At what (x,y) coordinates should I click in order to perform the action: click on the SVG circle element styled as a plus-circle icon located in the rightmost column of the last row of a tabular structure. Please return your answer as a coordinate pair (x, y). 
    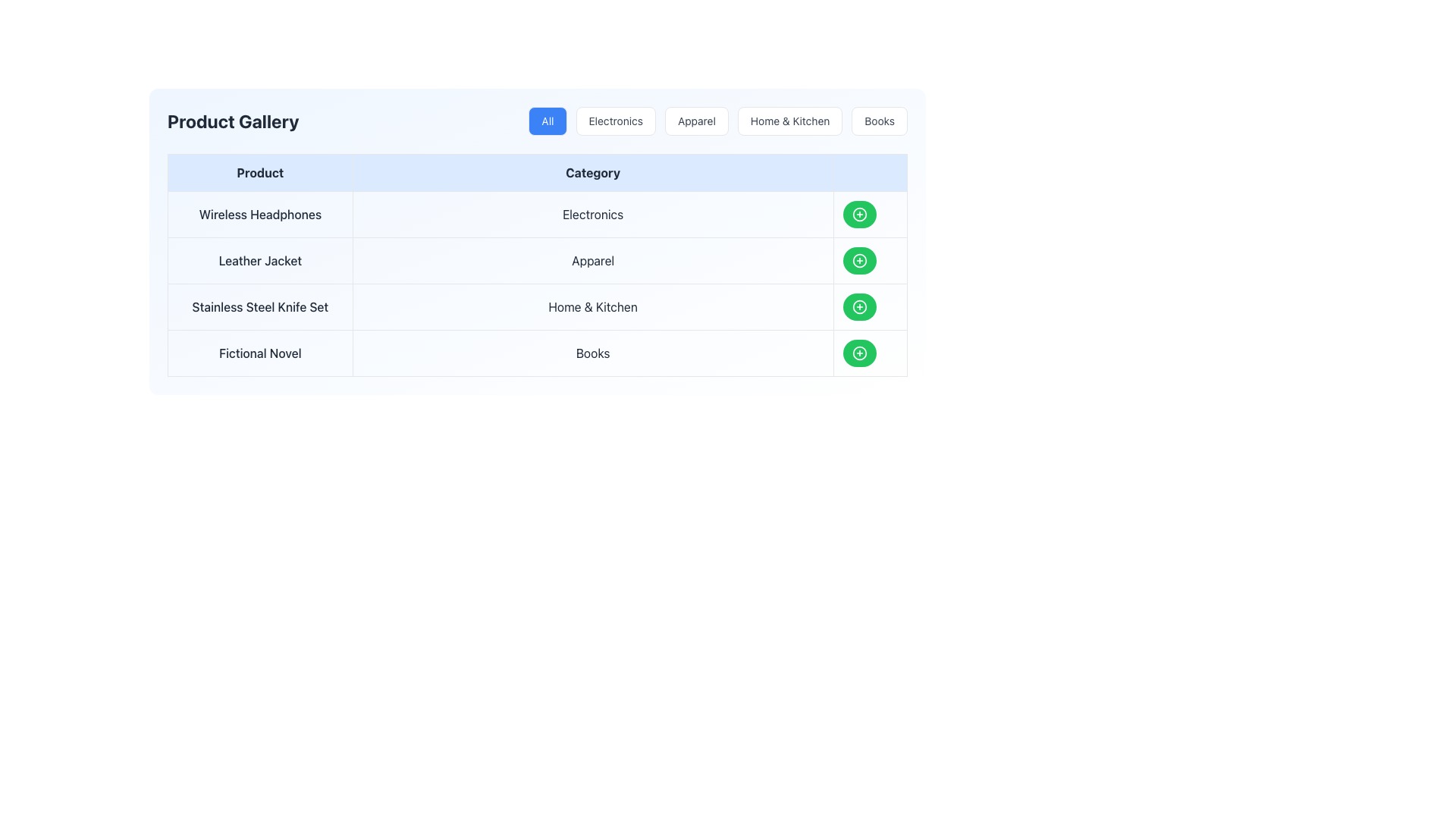
    Looking at the image, I should click on (859, 353).